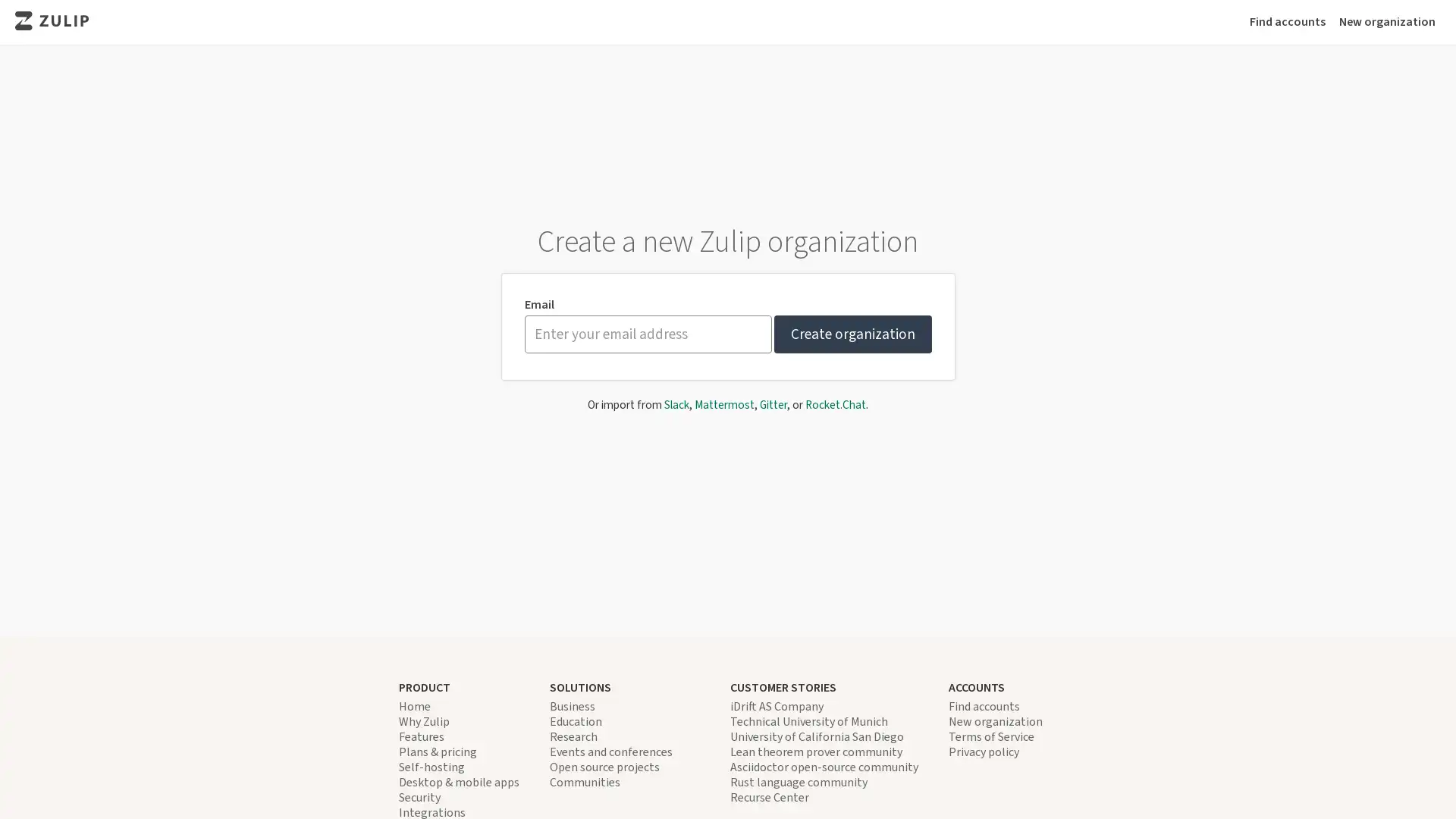 This screenshot has height=819, width=1456. I want to click on Create organization, so click(852, 333).